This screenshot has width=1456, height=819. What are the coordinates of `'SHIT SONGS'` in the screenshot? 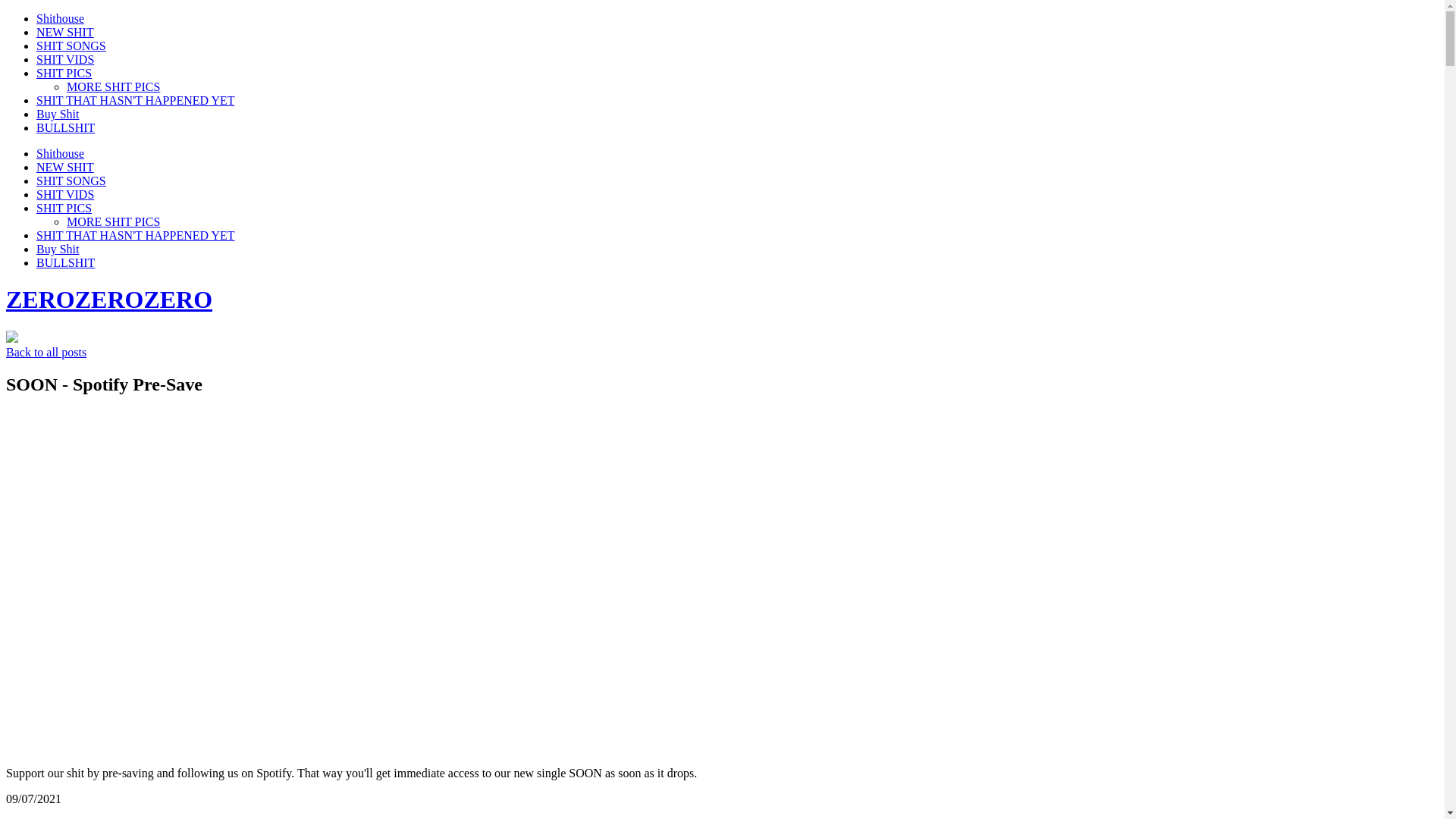 It's located at (71, 180).